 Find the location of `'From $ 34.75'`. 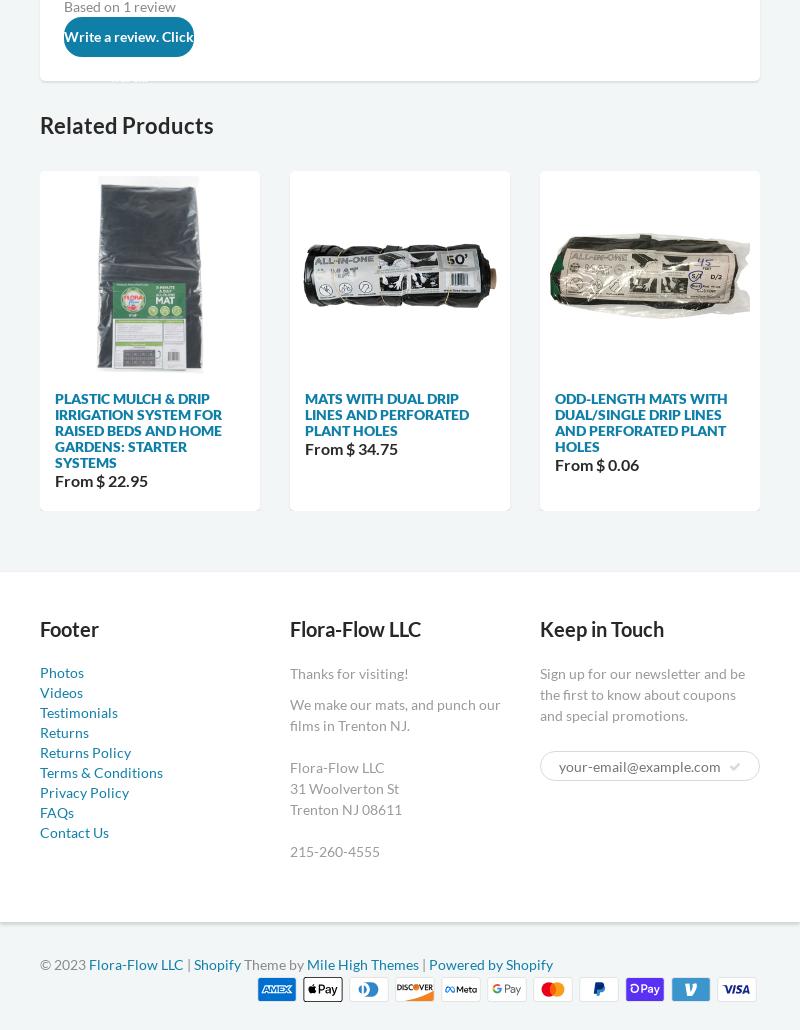

'From $ 34.75' is located at coordinates (351, 447).